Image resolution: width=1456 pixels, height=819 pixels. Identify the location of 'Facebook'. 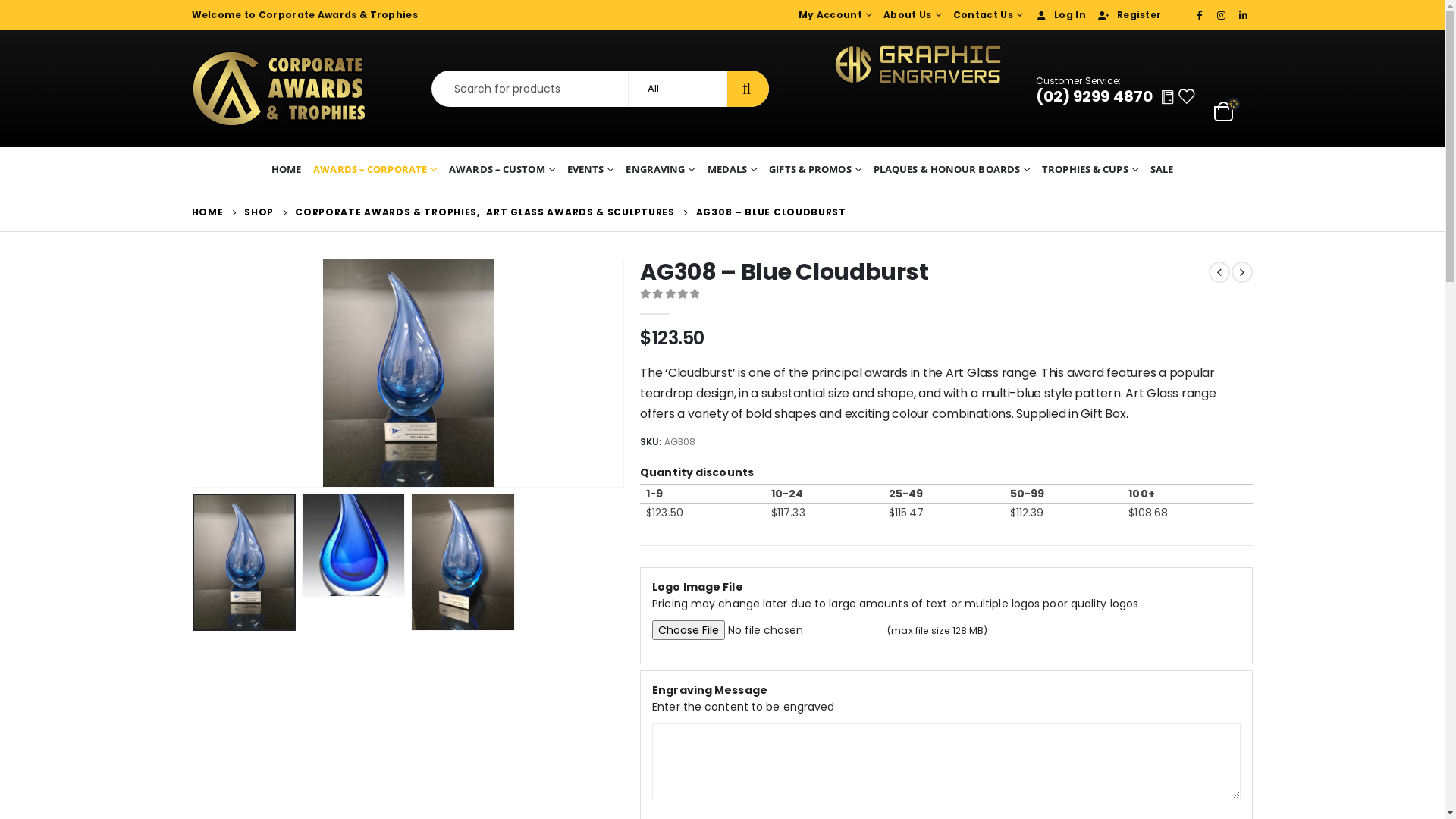
(1200, 14).